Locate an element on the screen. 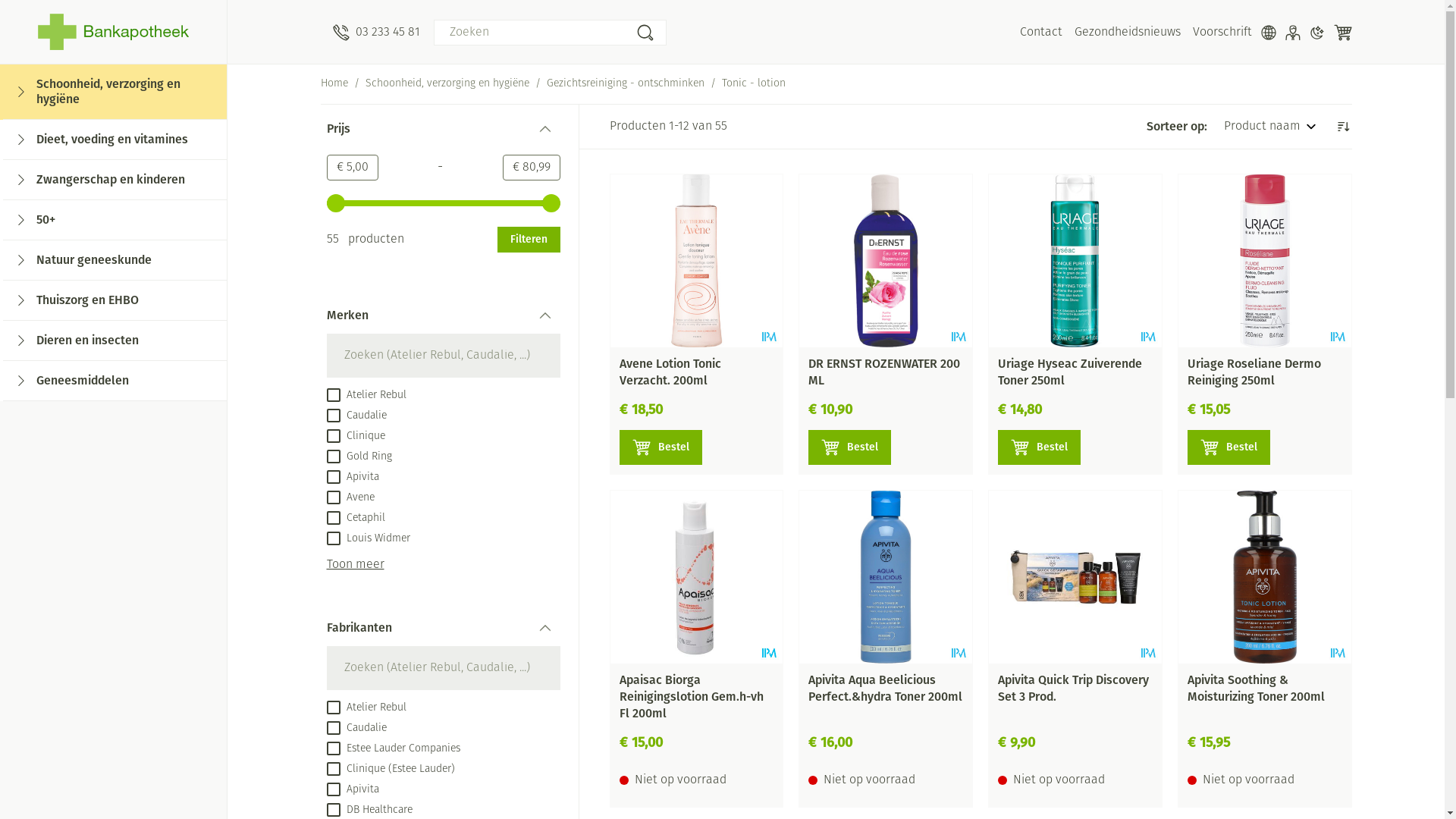 The width and height of the screenshot is (1456, 819). 'DR ERNST ROZENWATER 200 ML' is located at coordinates (884, 372).